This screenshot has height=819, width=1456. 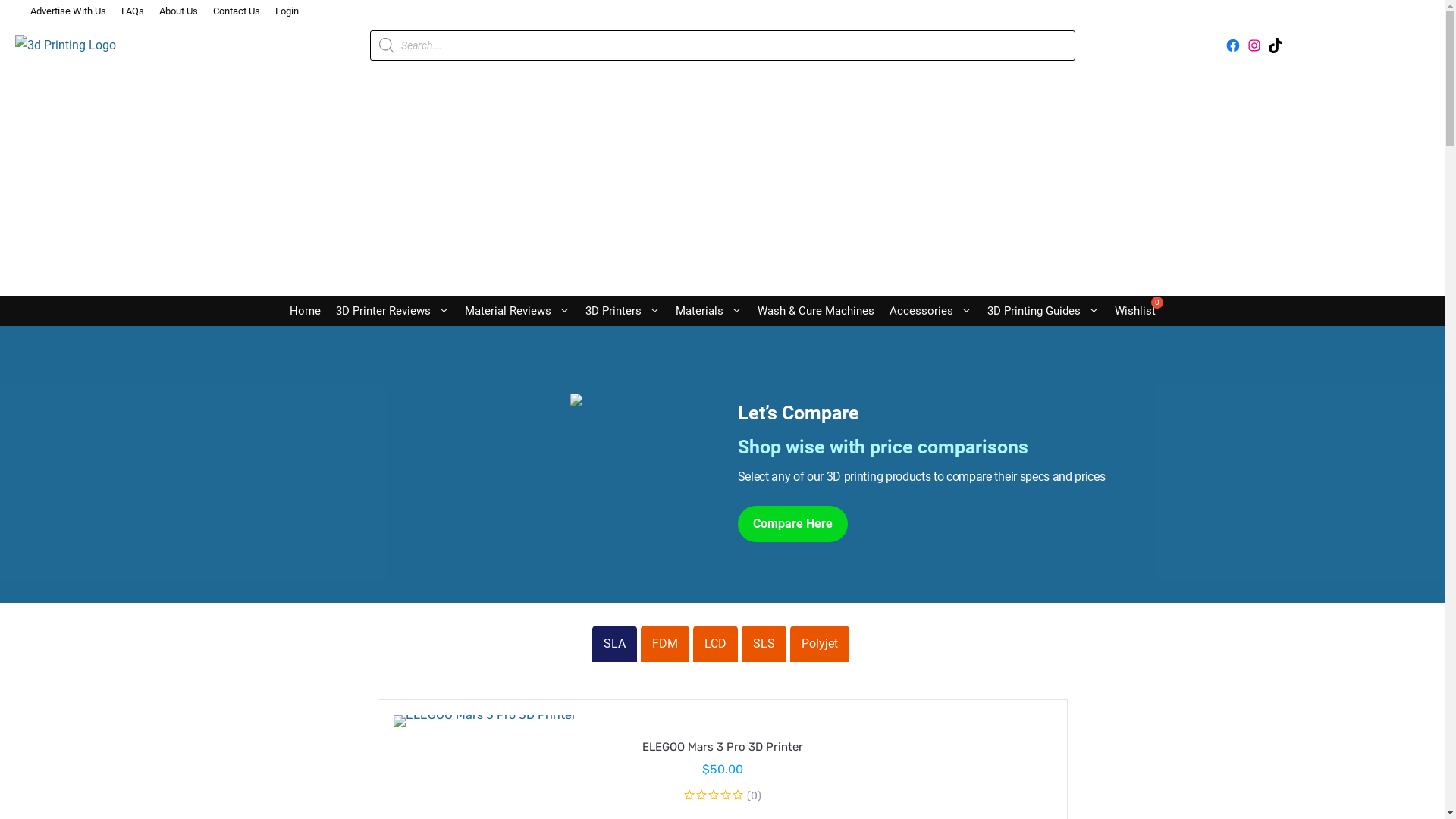 I want to click on 'Material Reviews', so click(x=516, y=309).